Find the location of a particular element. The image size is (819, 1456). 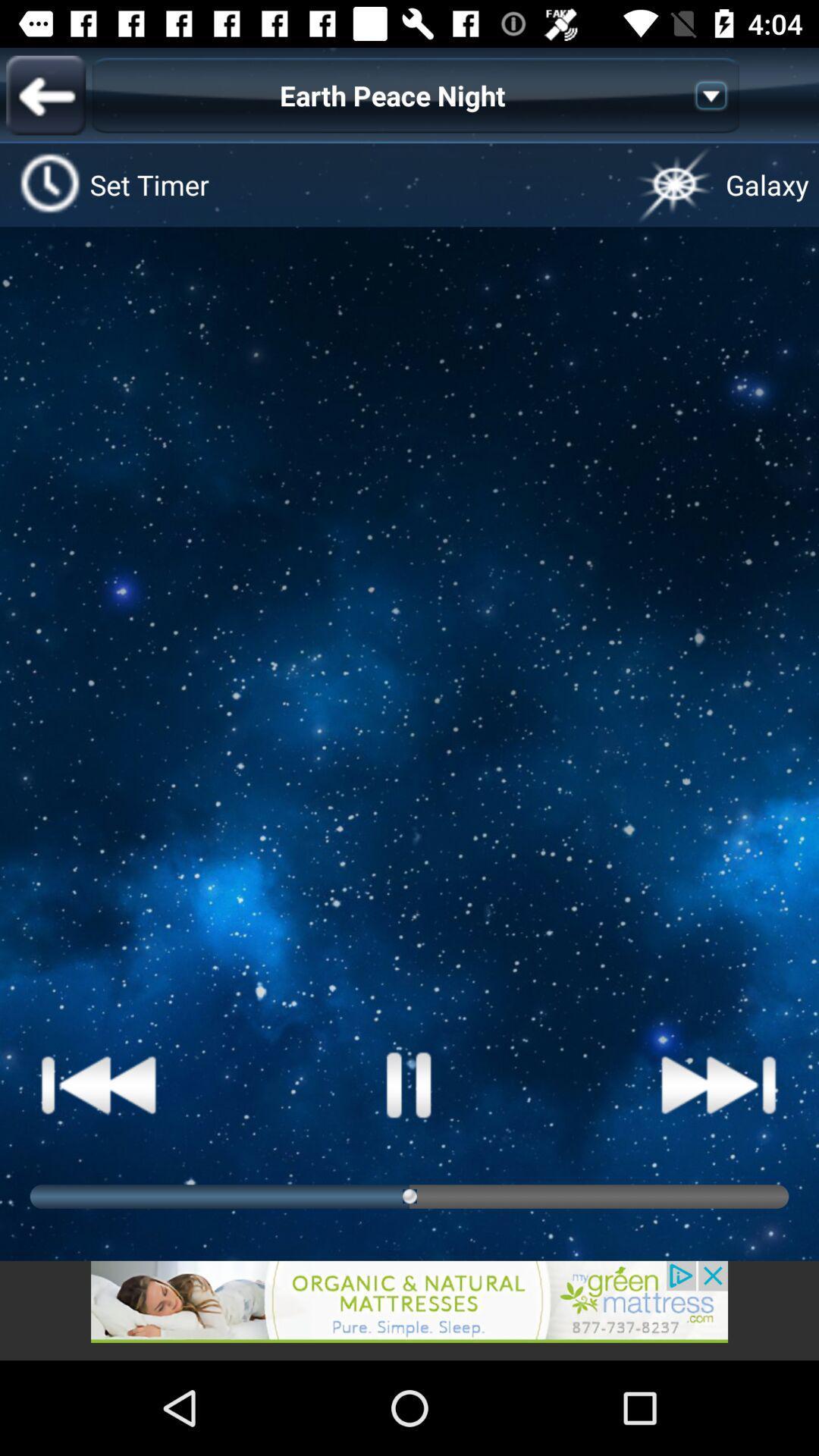

forward is located at coordinates (718, 1084).